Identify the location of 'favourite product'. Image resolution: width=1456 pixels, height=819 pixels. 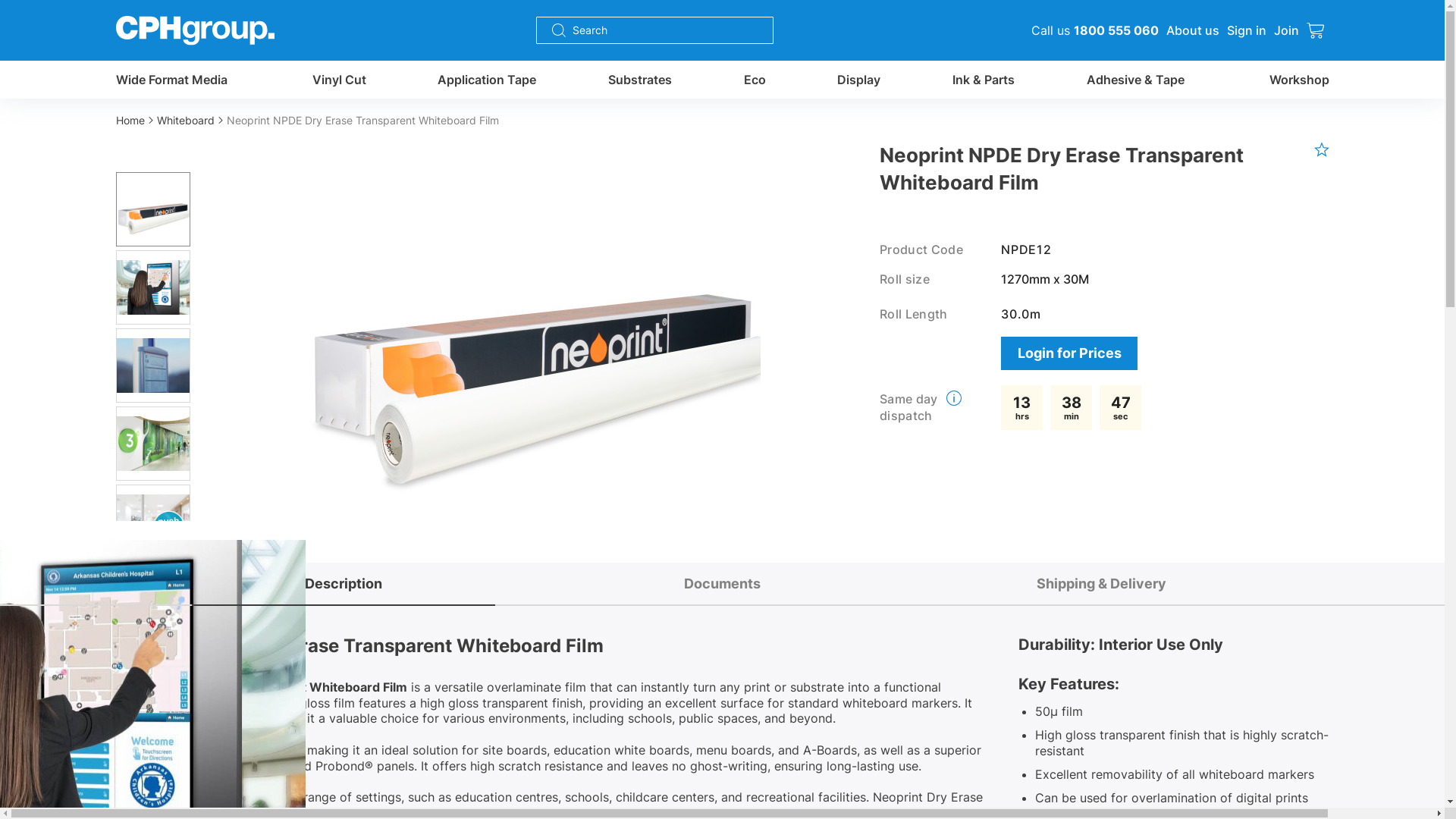
(1320, 149).